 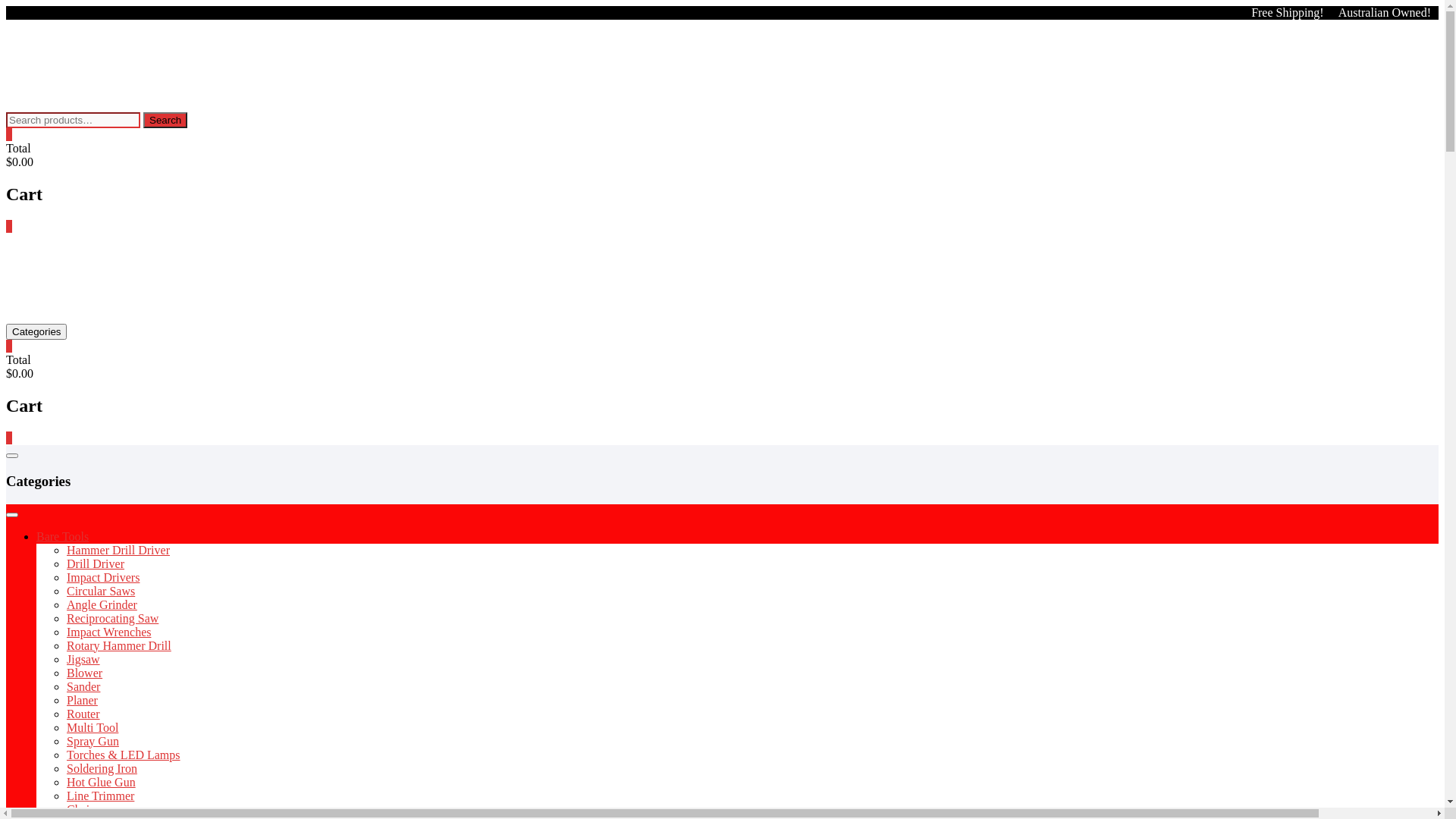 I want to click on 'Line Trimmer', so click(x=99, y=795).